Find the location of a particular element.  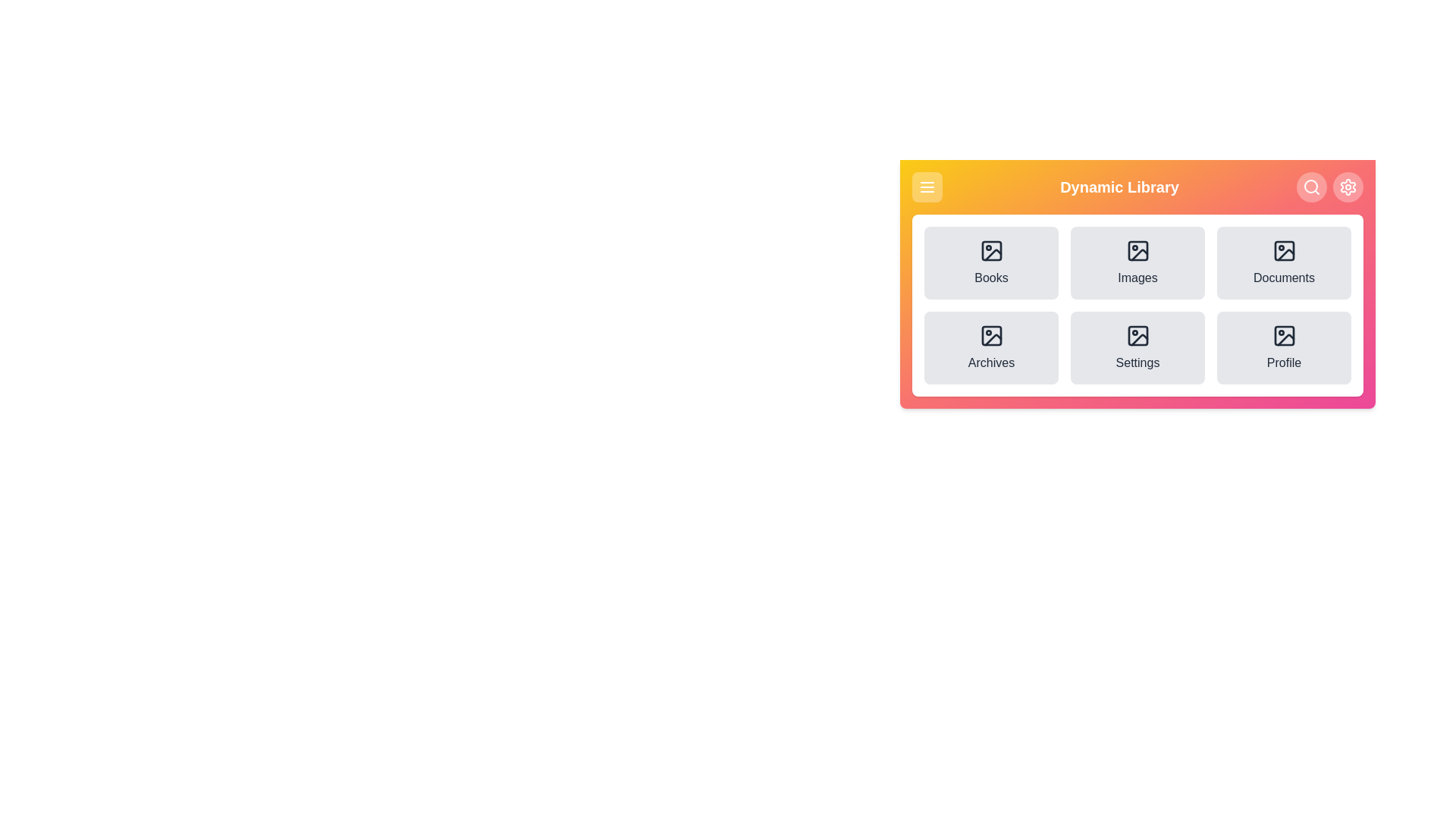

the menu option labeled 'Documents' is located at coordinates (1283, 262).